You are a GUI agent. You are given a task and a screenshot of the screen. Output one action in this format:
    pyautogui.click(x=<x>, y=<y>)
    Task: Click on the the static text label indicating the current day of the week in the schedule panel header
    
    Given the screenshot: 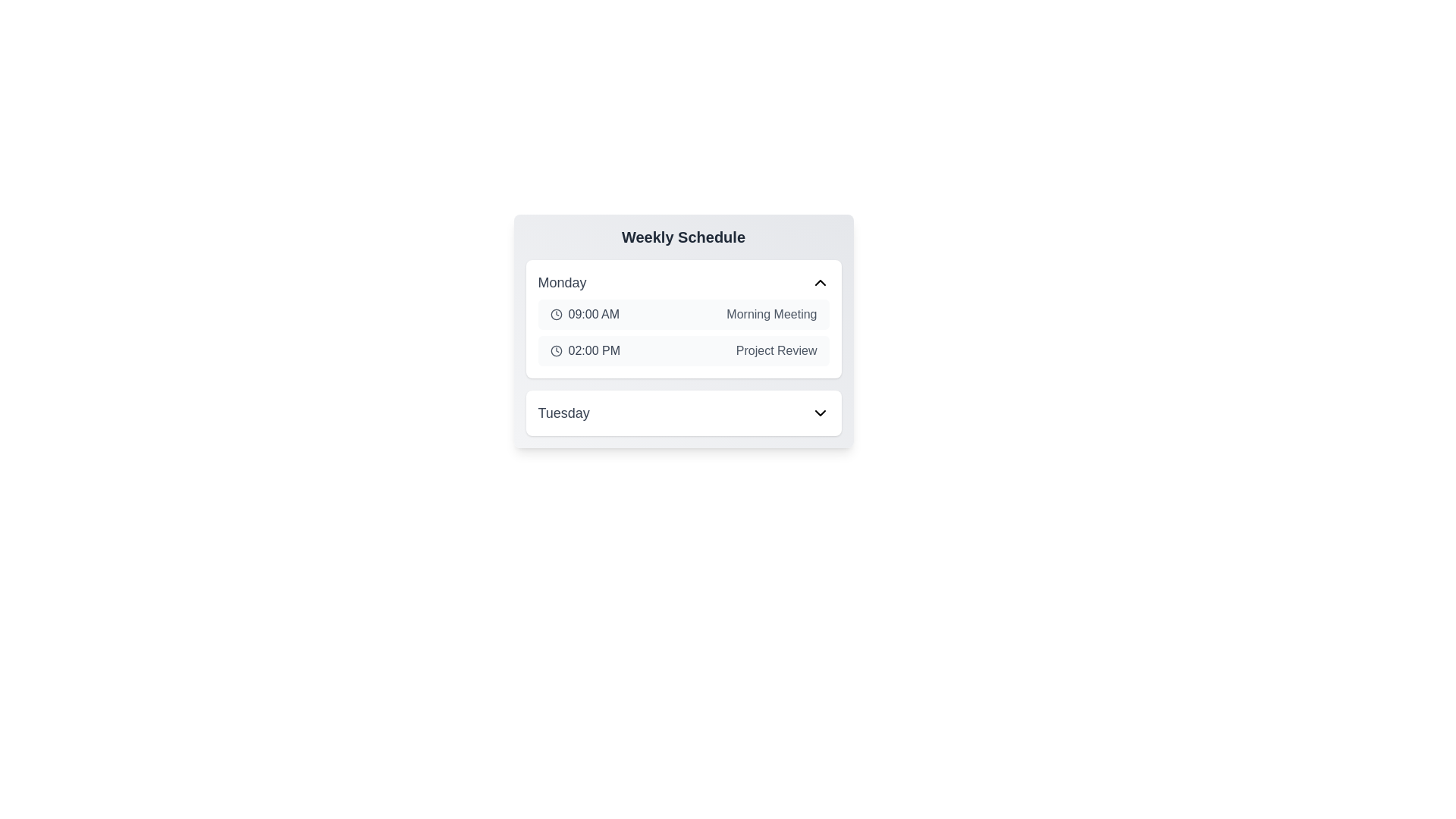 What is the action you would take?
    pyautogui.click(x=561, y=283)
    